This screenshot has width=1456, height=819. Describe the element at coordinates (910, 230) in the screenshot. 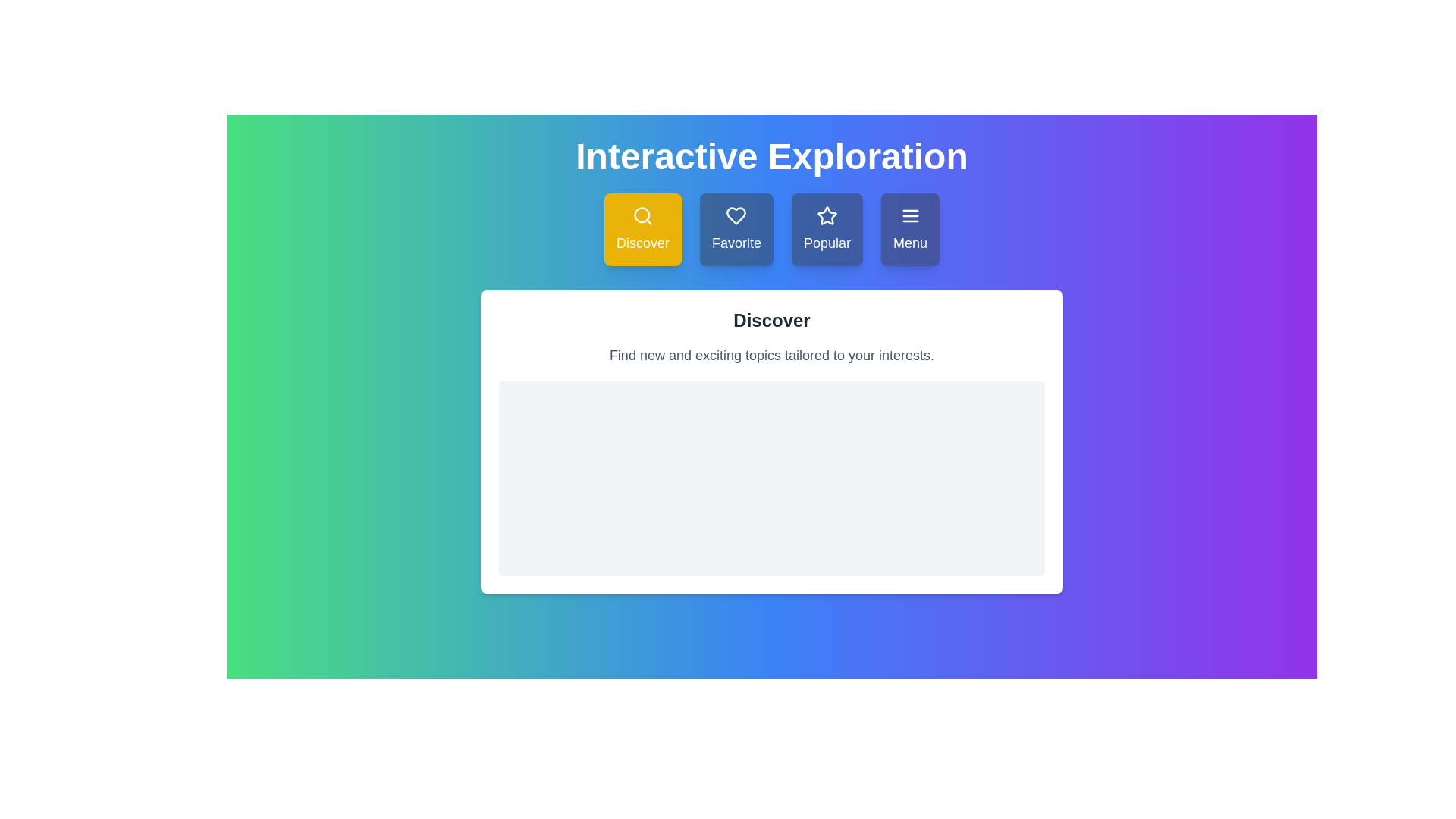

I see `the tab labeled Menu` at that location.